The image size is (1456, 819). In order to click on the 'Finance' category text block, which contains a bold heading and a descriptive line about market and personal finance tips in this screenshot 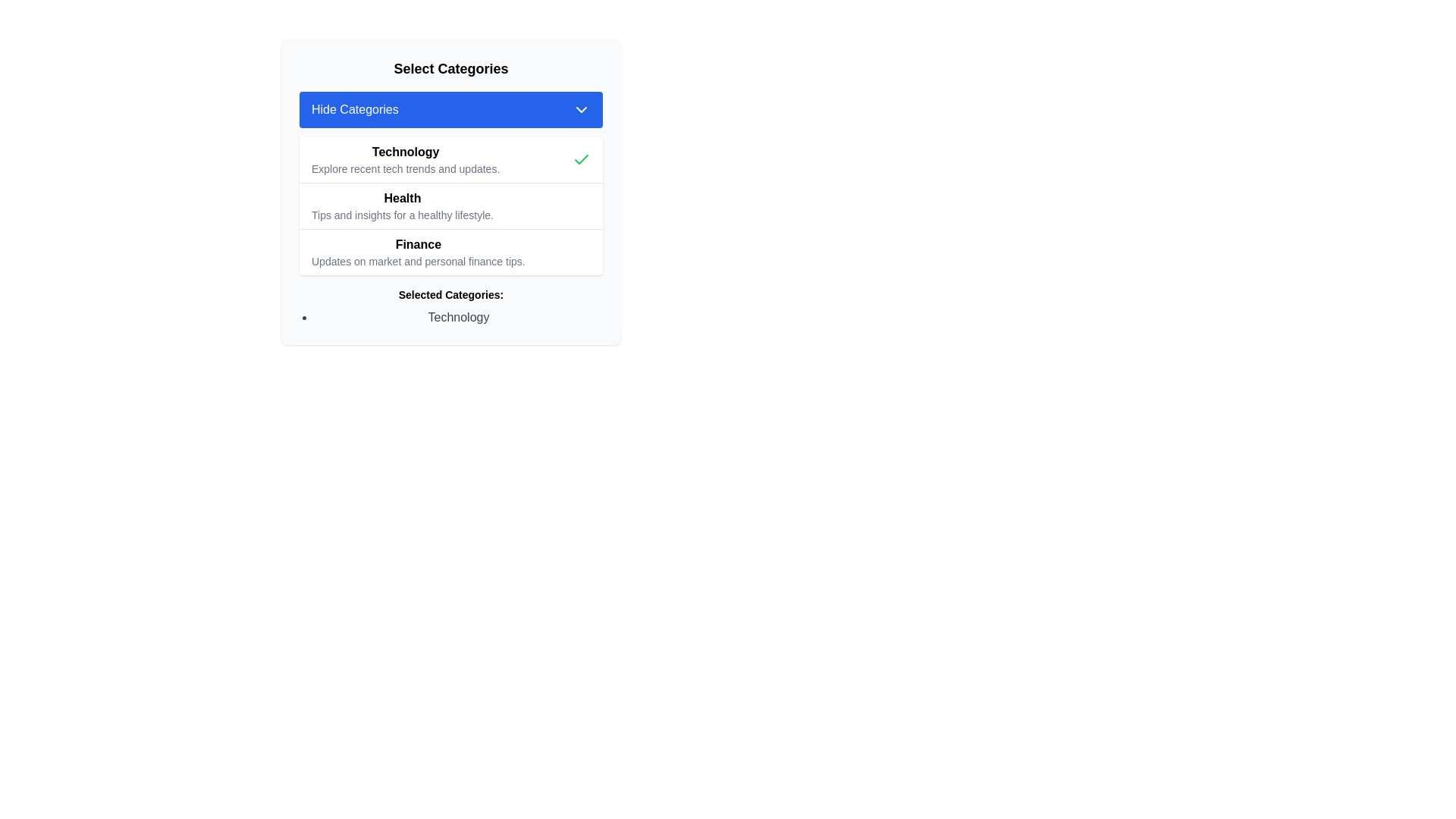, I will do `click(418, 251)`.